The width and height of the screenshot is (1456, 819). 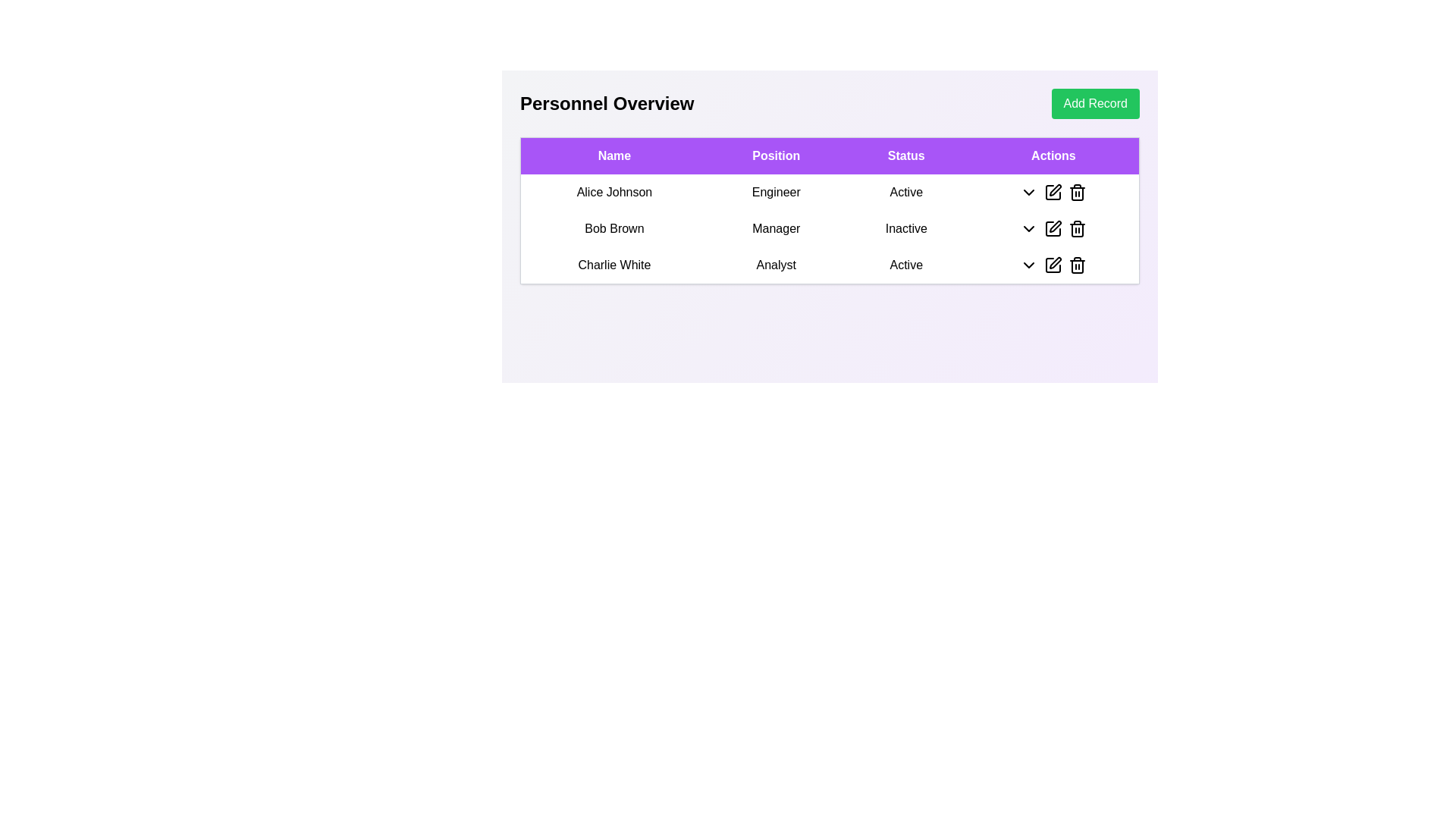 I want to click on the edit action icon (a rounded rectangular pen) located in the last row of the 'Actions' column for 'Charlie White', so click(x=1053, y=265).